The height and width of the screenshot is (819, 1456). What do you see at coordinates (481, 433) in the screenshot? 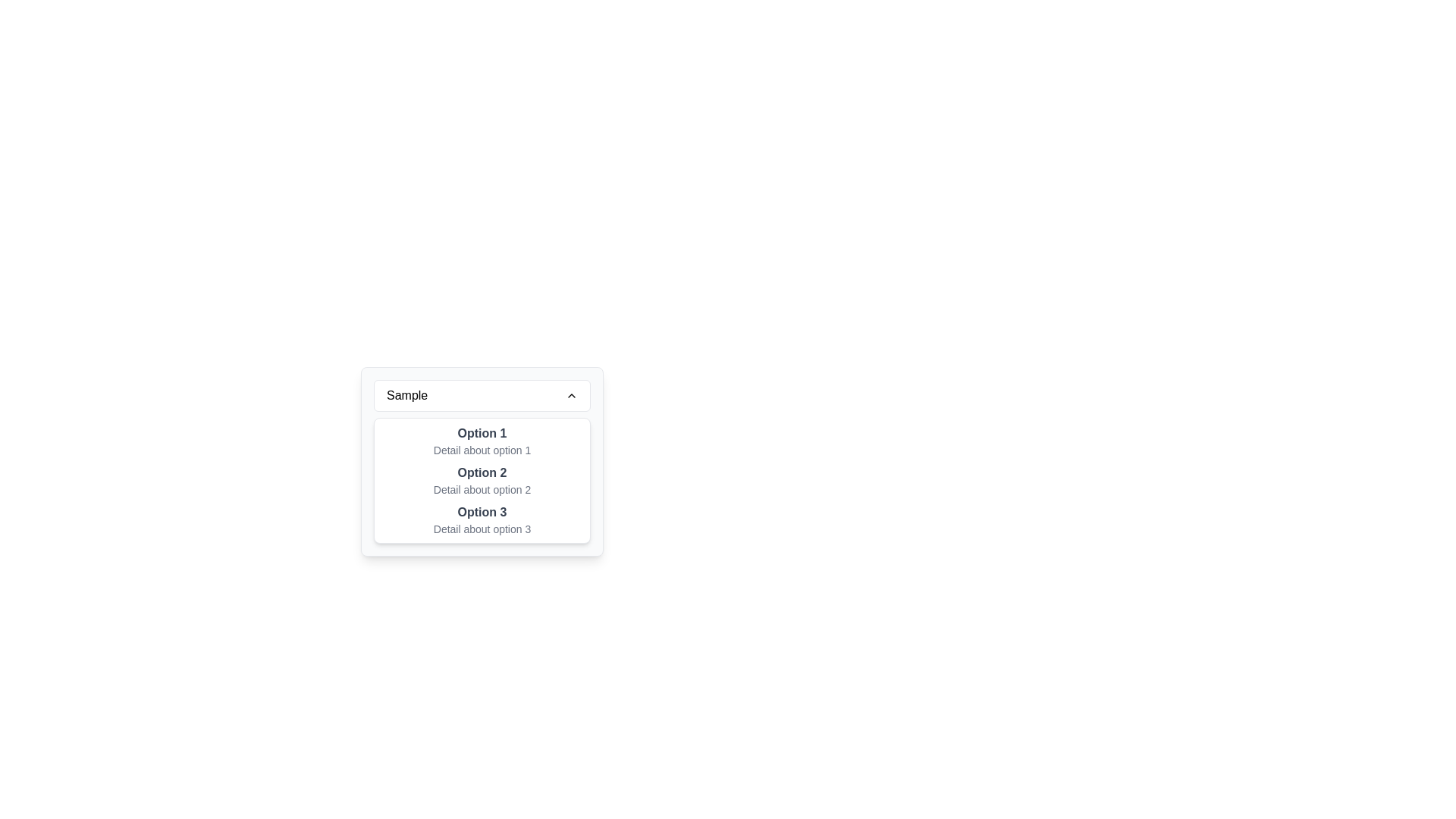
I see `the first selectable option label` at bounding box center [481, 433].